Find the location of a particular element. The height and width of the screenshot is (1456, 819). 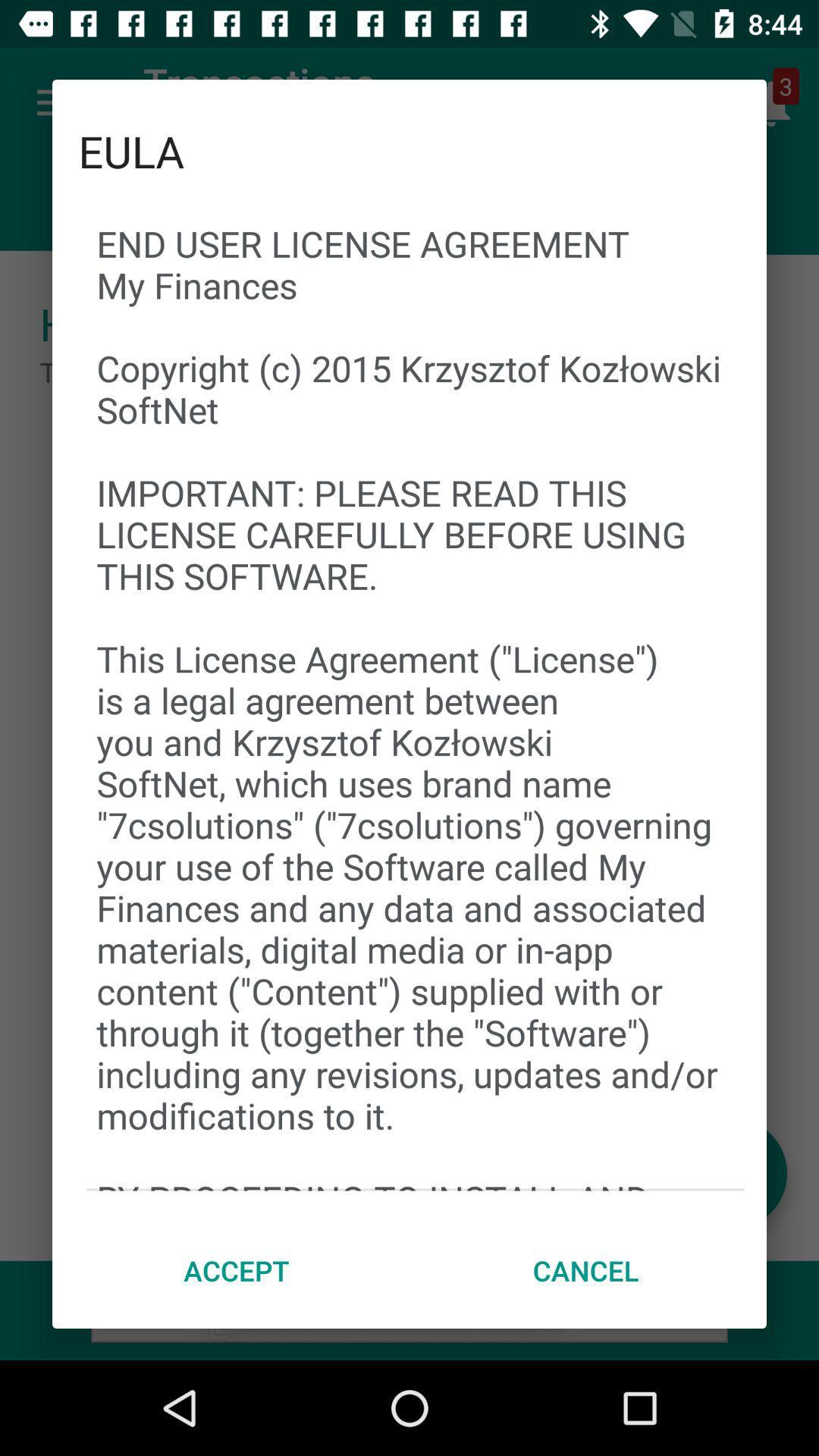

the item next to cancel icon is located at coordinates (237, 1270).